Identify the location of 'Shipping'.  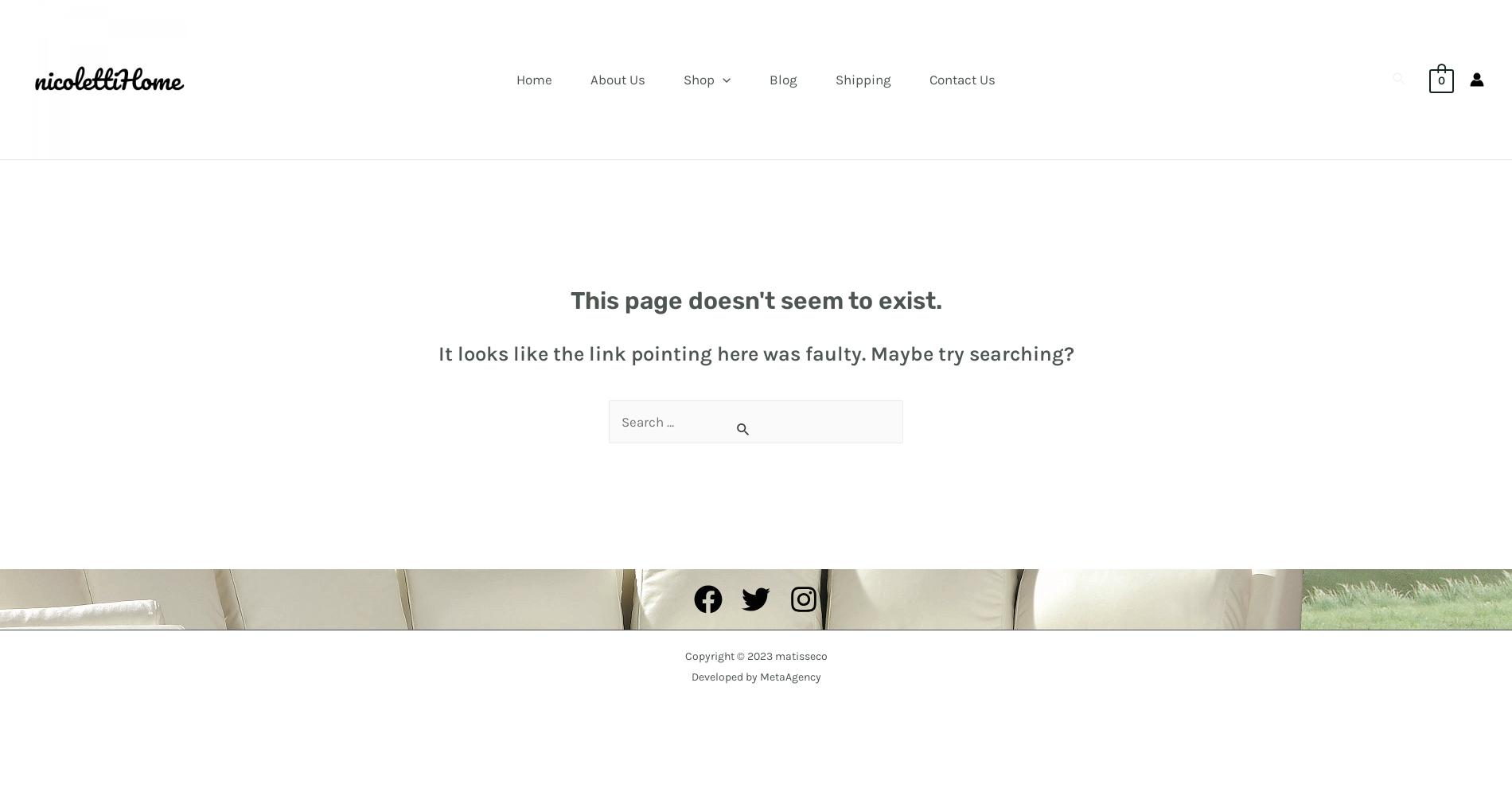
(834, 79).